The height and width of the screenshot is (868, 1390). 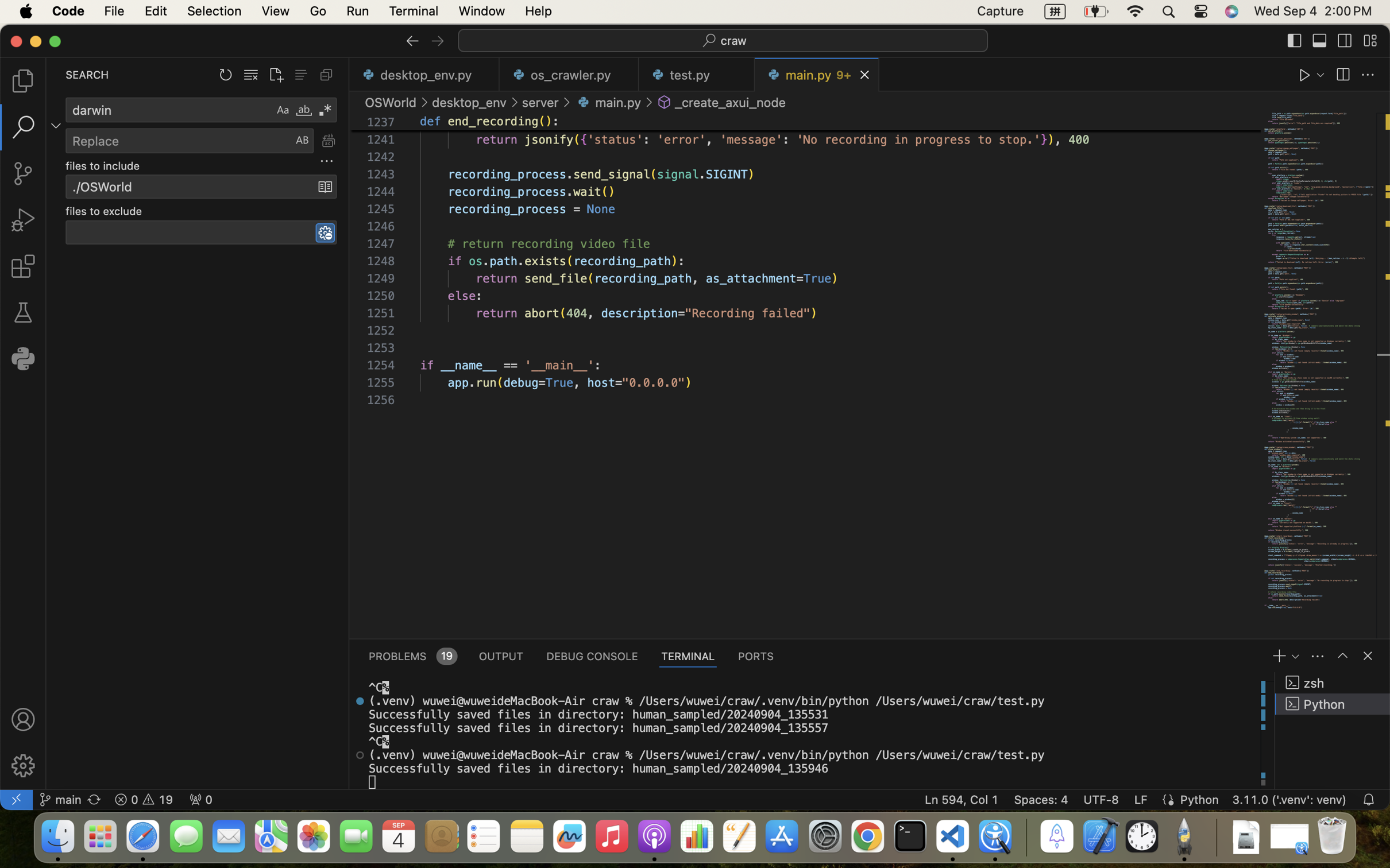 What do you see at coordinates (817, 74) in the screenshot?
I see `'1 main.py   9+'` at bounding box center [817, 74].